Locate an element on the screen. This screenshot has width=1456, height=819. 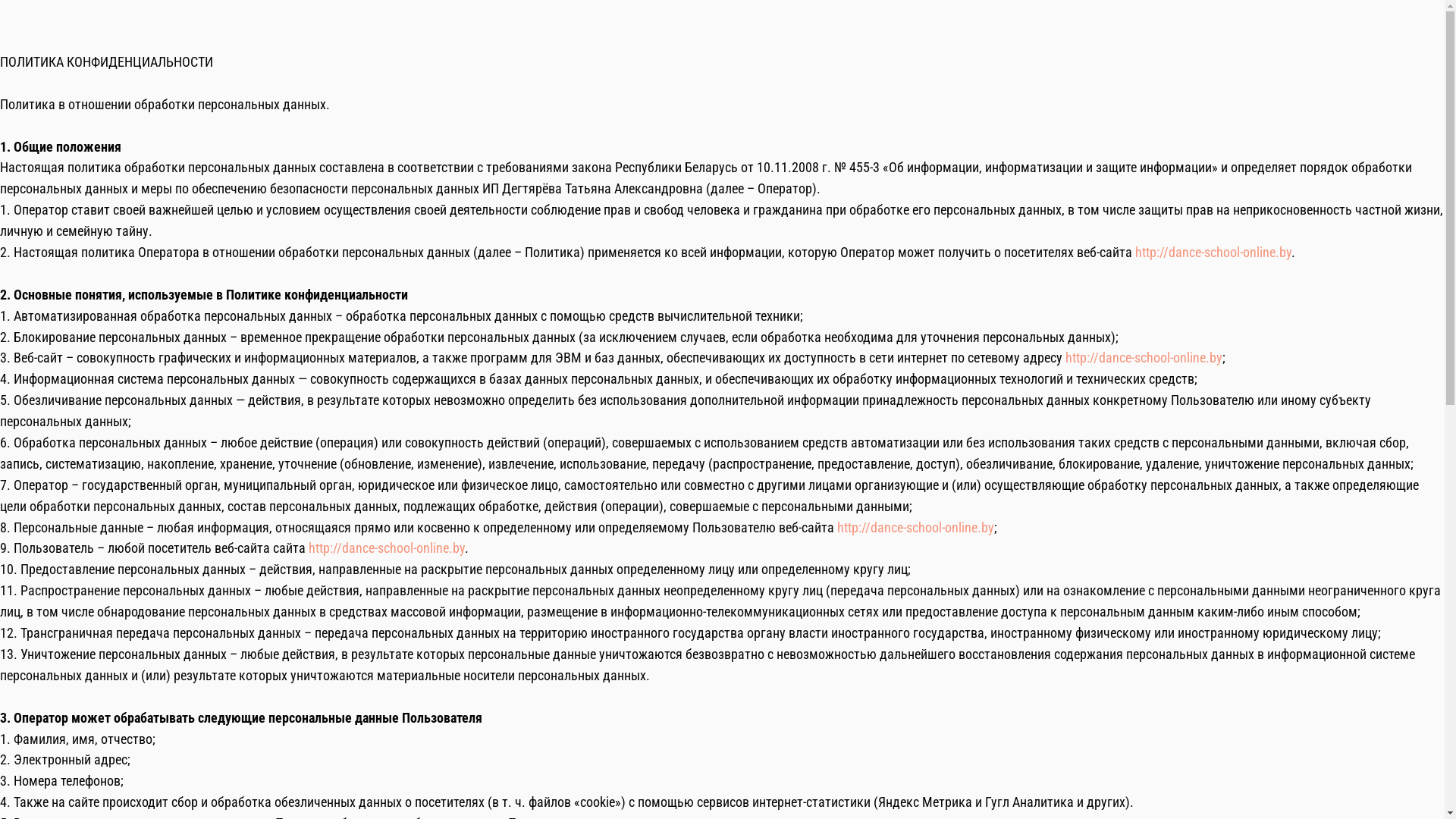
'http://dance-school-online.by' is located at coordinates (1065, 357).